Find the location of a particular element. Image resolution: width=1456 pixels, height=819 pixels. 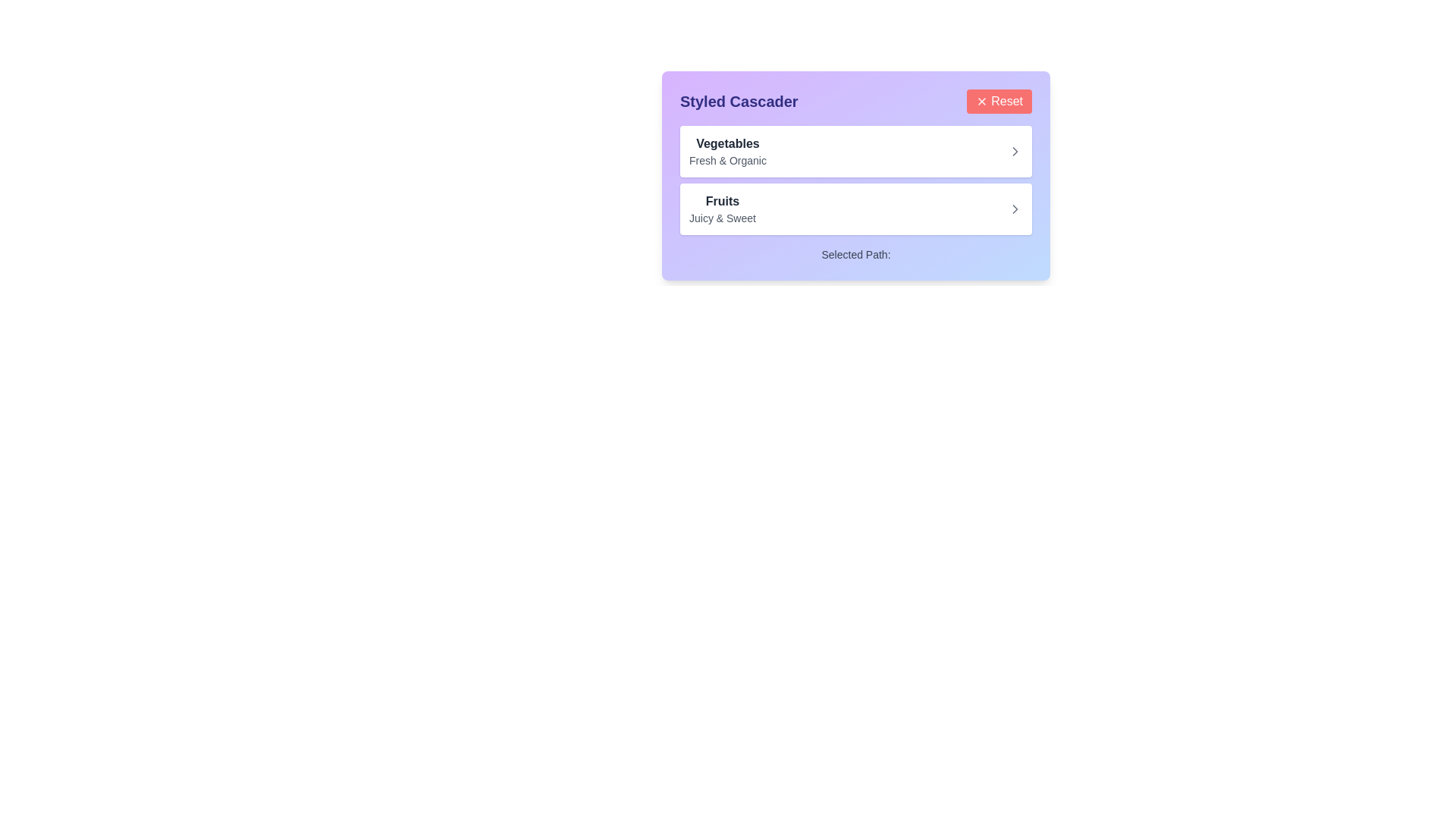

the text label 'Styled Cascader' which is bold, large, and deep indigo located at the top-left corner of a rounded purple-pink gradient rectangular area is located at coordinates (739, 102).